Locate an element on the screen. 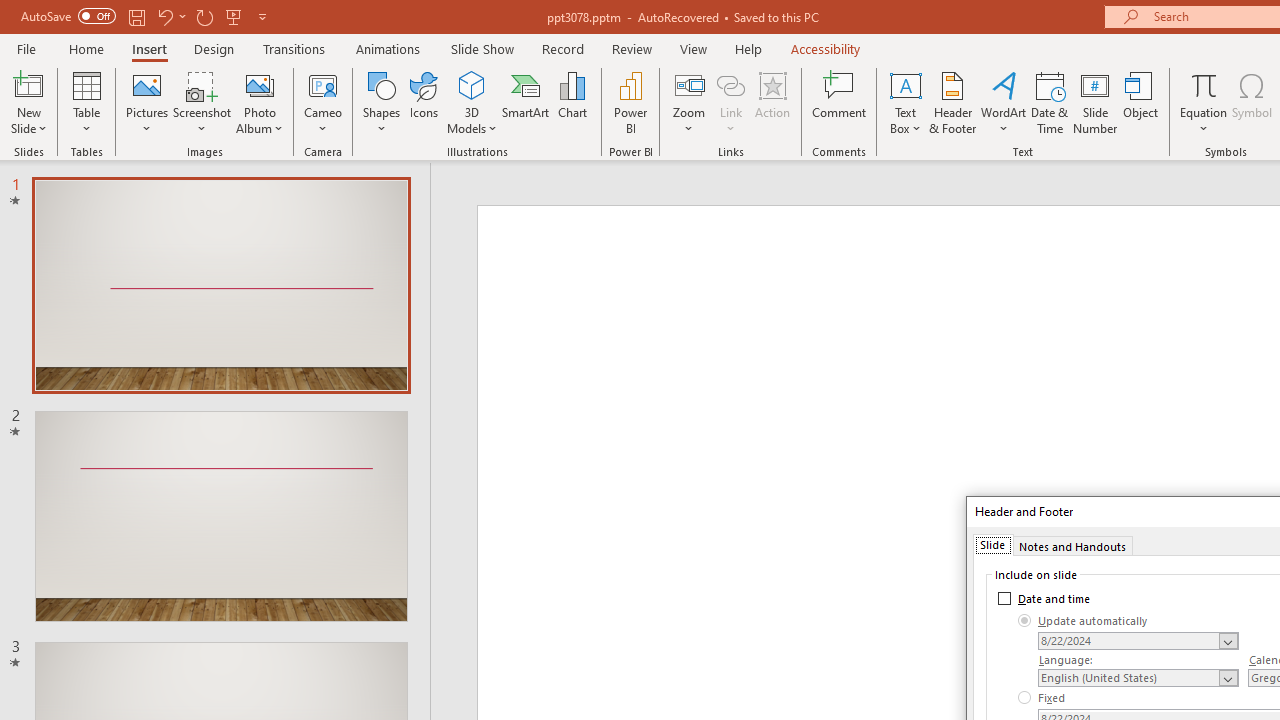 The image size is (1280, 720). 'Language' is located at coordinates (1138, 676).